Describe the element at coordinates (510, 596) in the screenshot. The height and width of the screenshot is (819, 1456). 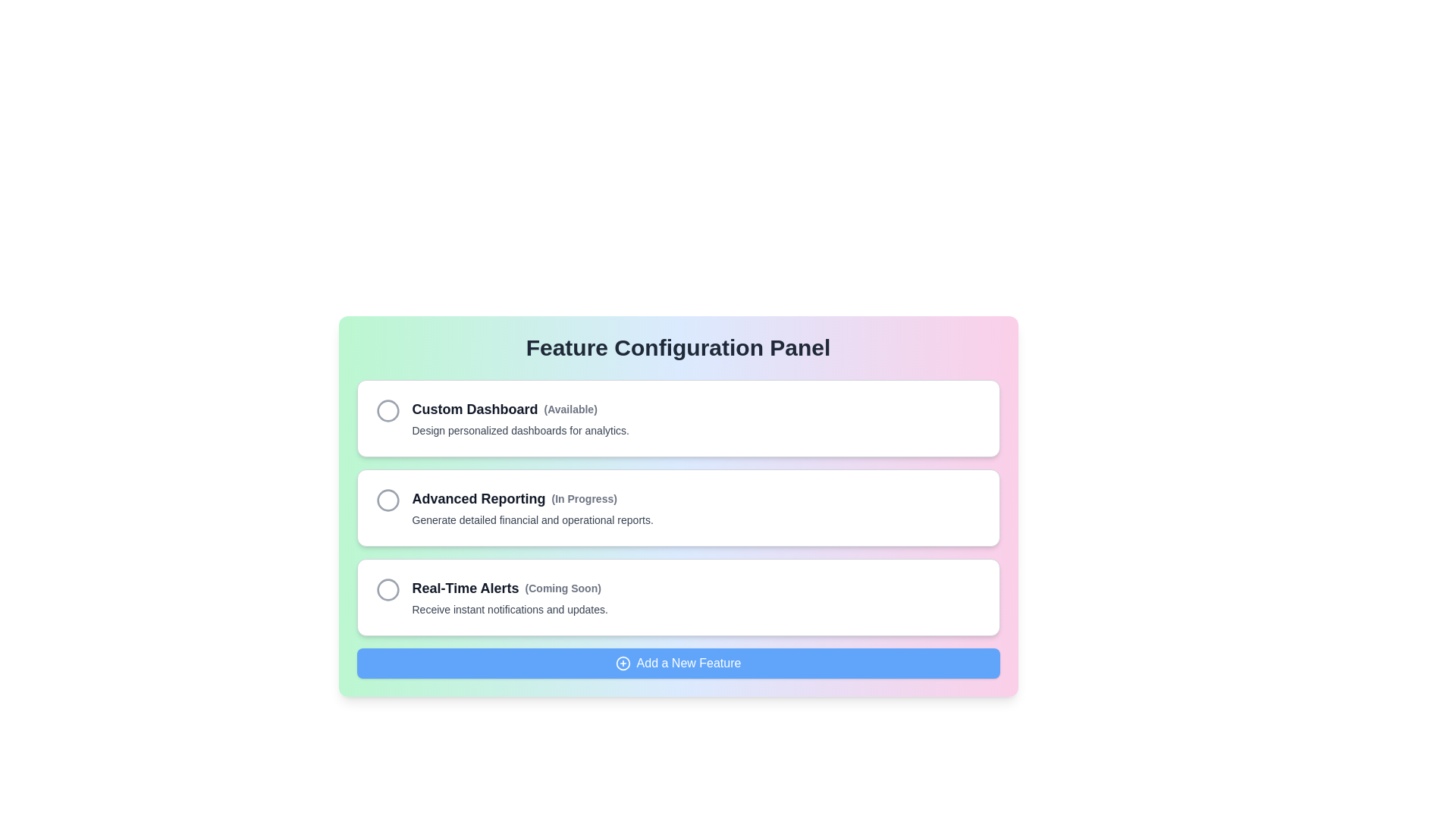
I see `the text block labeled 'Real-Time Alerts', which provides a description of its functionality and indicates its coming-soon status` at that location.